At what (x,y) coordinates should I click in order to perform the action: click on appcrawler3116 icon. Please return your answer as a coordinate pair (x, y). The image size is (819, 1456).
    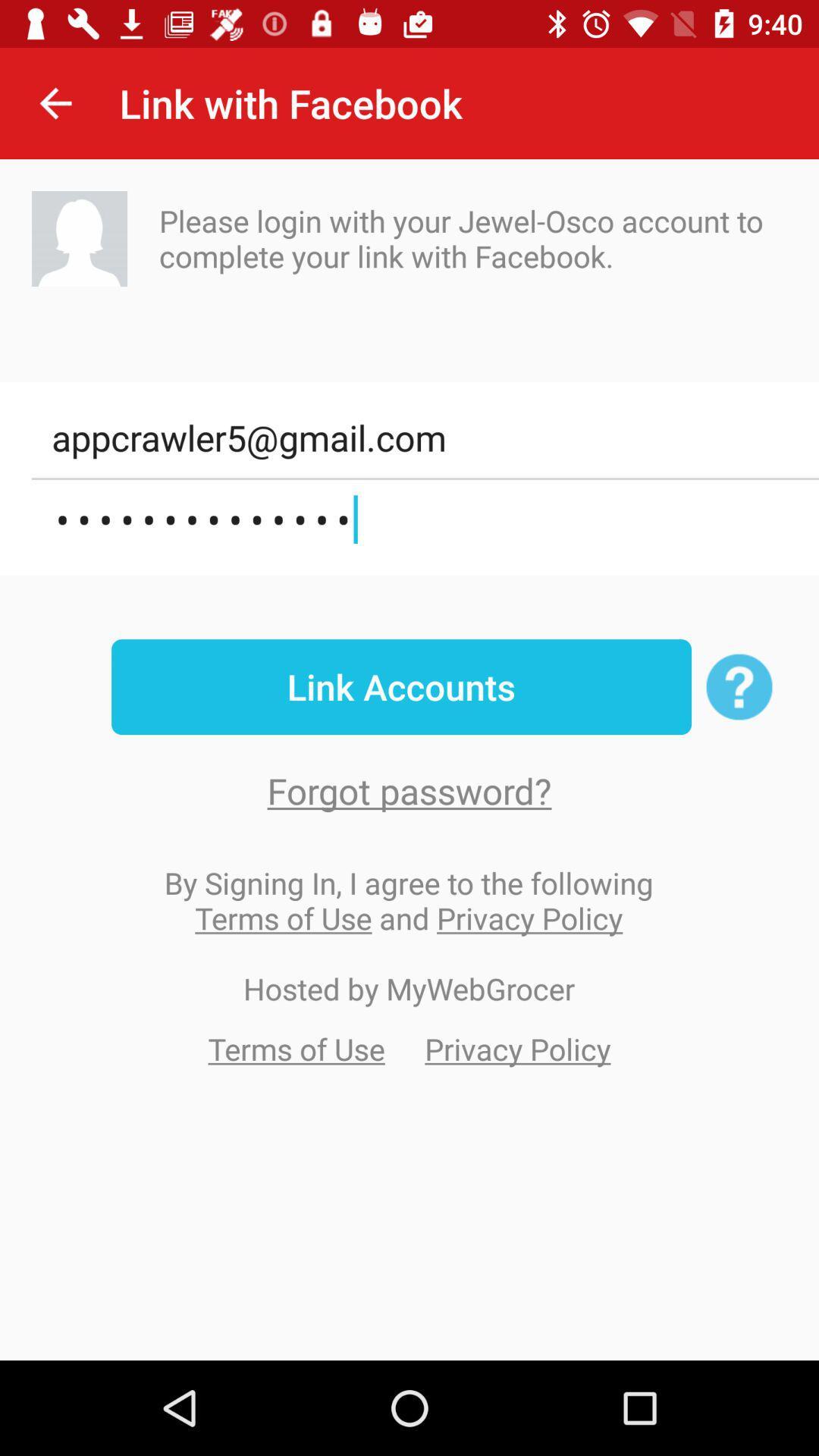
    Looking at the image, I should click on (425, 519).